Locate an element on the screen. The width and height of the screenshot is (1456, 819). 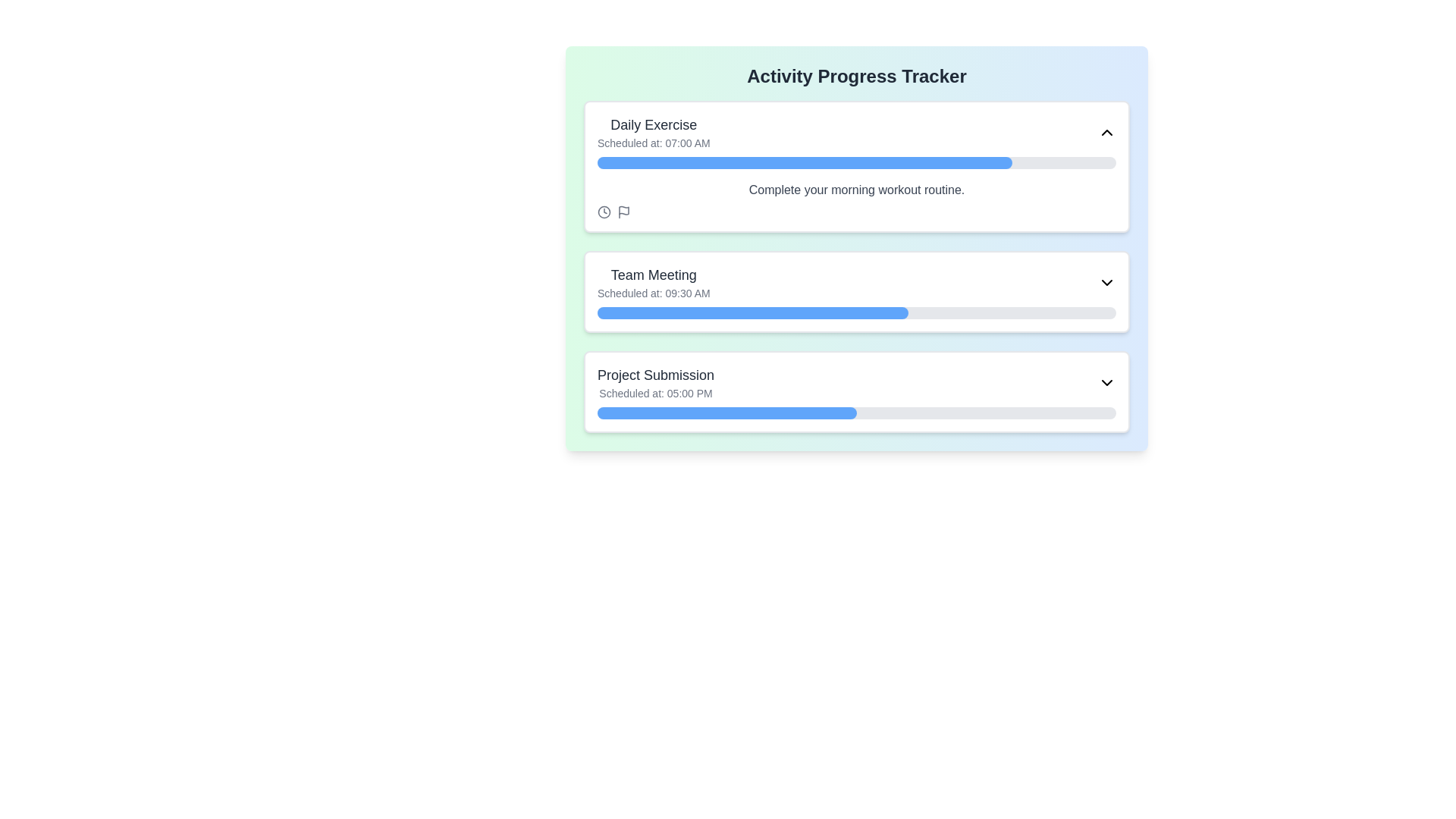
Bolded text label that serves as the title for a scheduled activity, located in the third section of the interface is located at coordinates (655, 375).